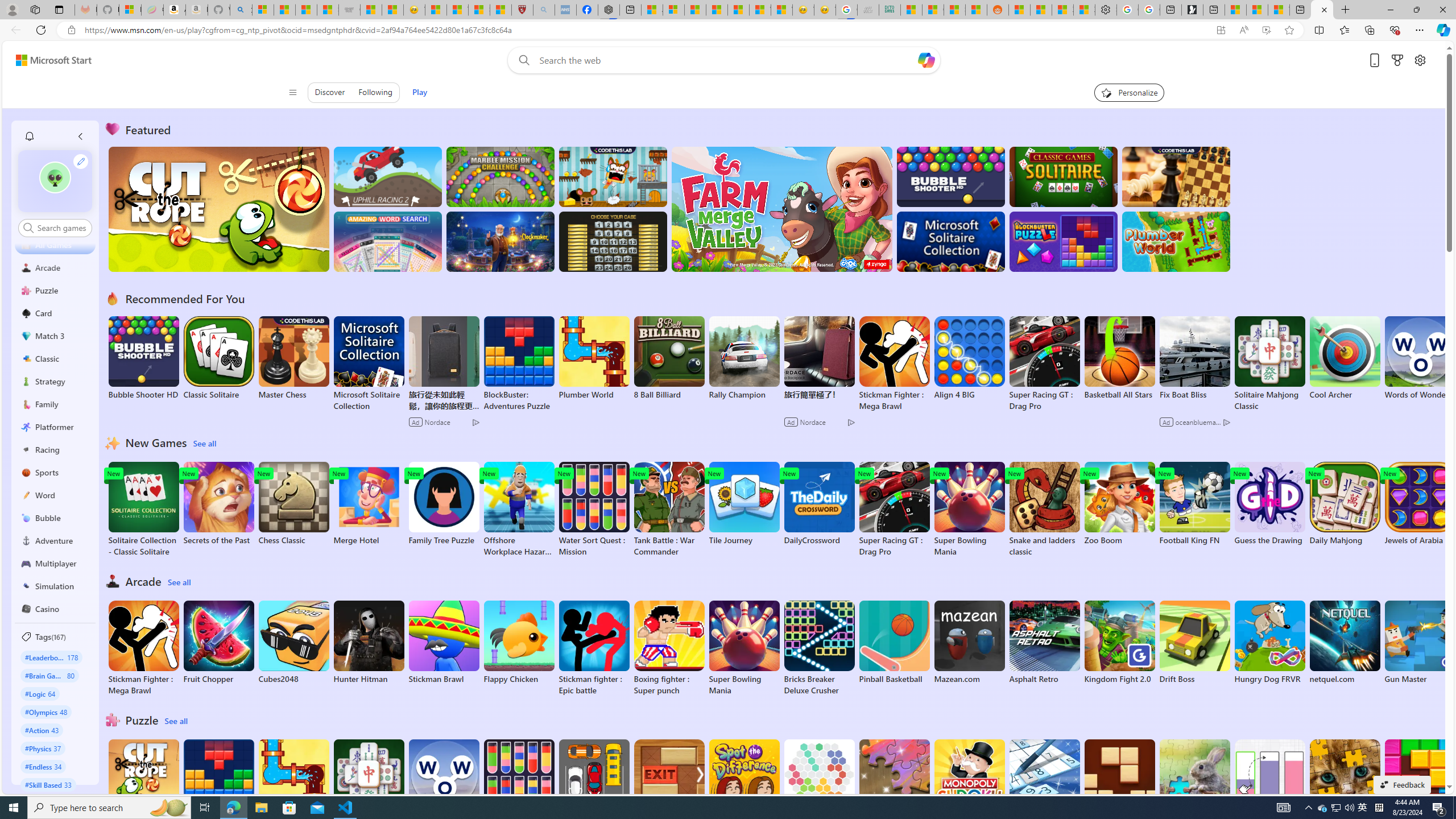 The width and height of the screenshot is (1456, 819). What do you see at coordinates (668, 358) in the screenshot?
I see `'8 Ball Billiard'` at bounding box center [668, 358].